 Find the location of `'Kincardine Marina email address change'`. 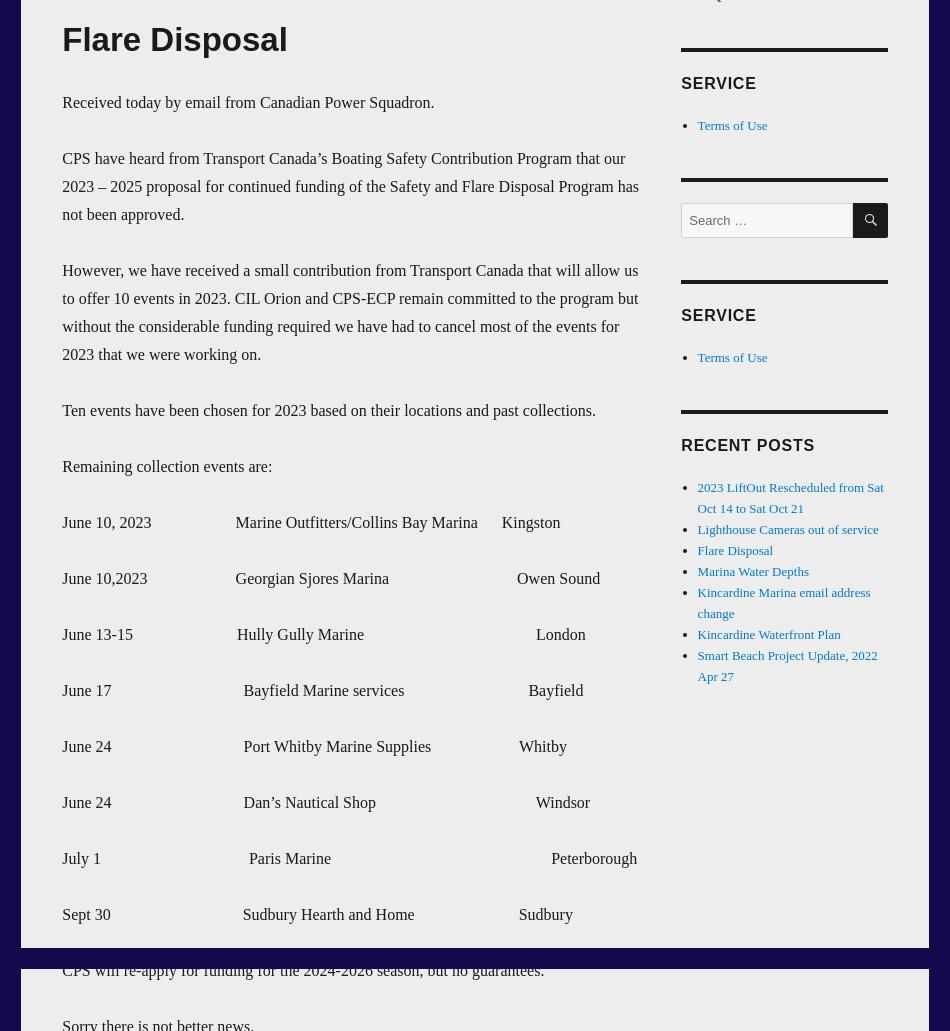

'Kincardine Marina email address change' is located at coordinates (697, 602).